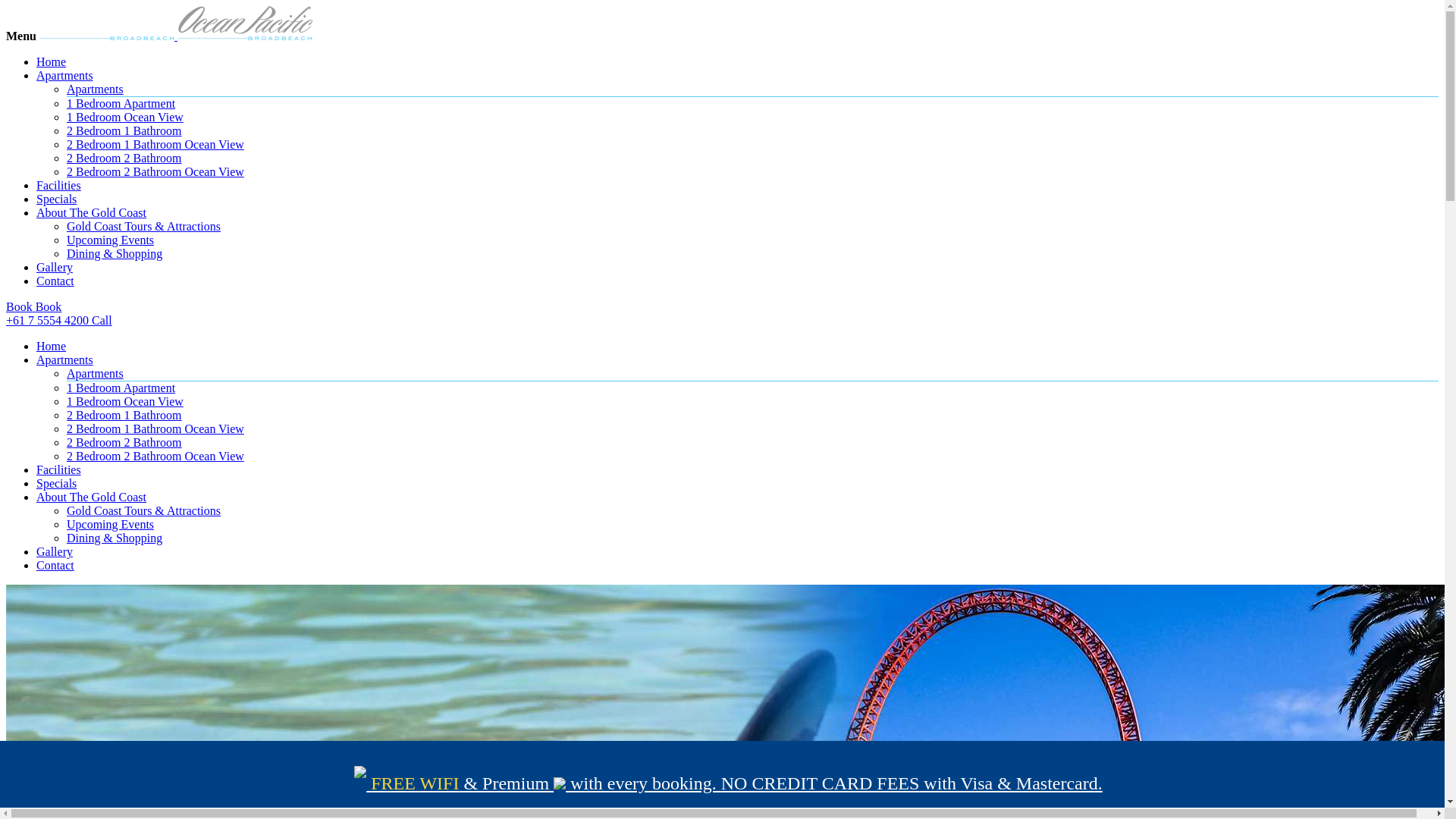  What do you see at coordinates (90, 497) in the screenshot?
I see `'About The Gold Coast'` at bounding box center [90, 497].